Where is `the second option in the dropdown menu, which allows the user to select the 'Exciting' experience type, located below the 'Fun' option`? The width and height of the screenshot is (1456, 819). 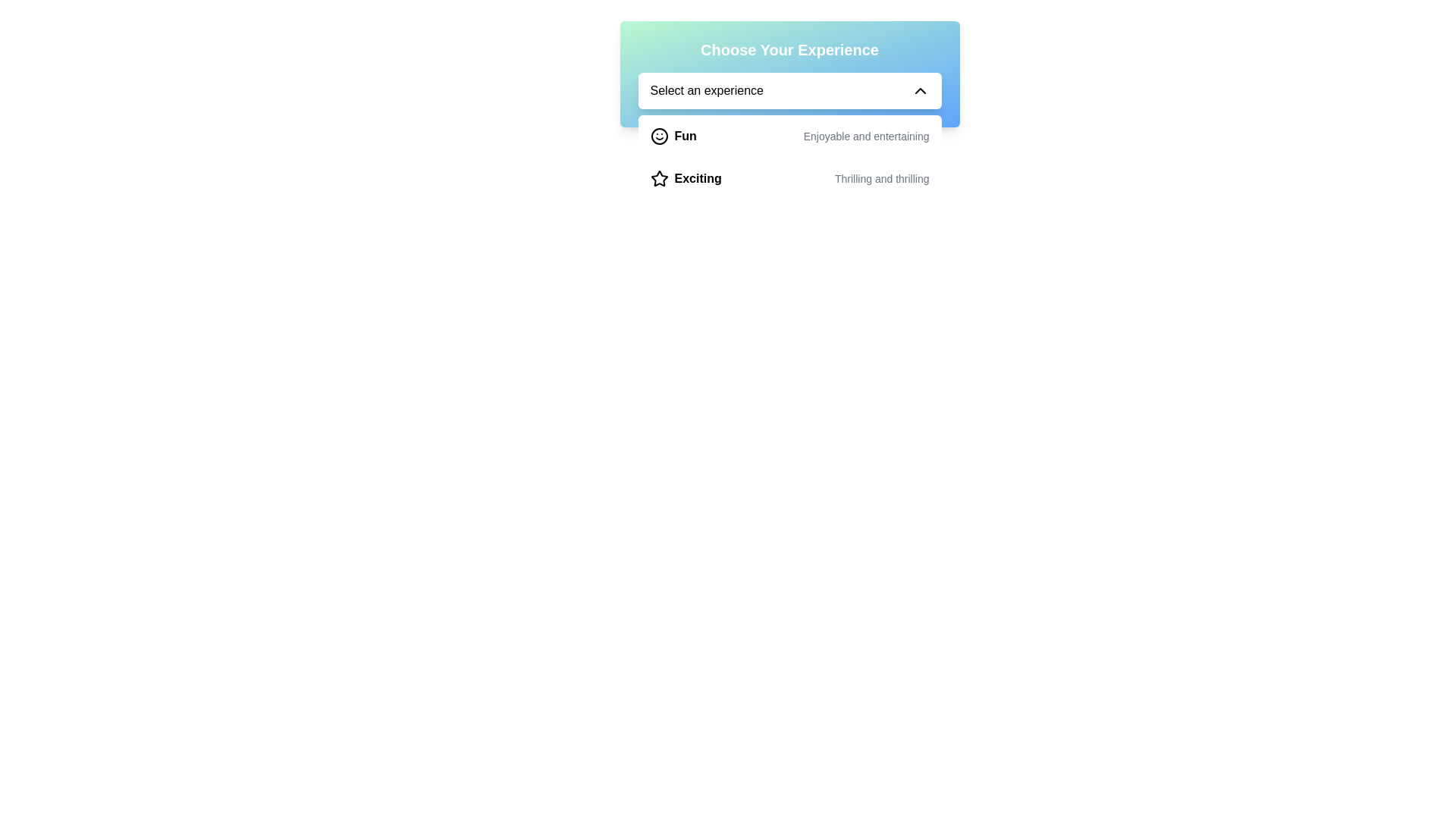
the second option in the dropdown menu, which allows the user to select the 'Exciting' experience type, located below the 'Fun' option is located at coordinates (789, 158).